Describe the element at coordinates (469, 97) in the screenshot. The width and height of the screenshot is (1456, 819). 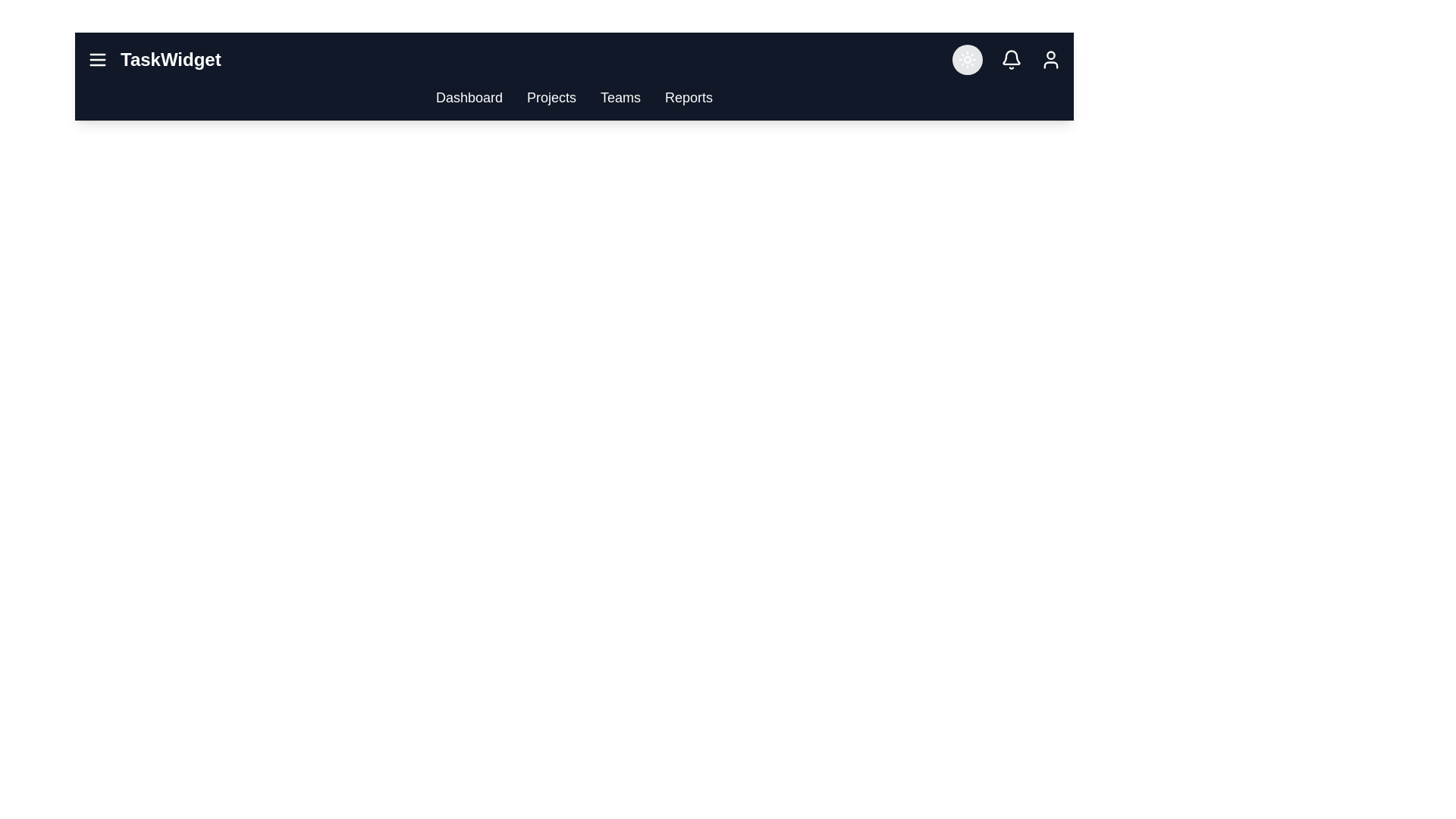
I see `the 'Dashboard' link to navigate to the Dashboard section` at that location.